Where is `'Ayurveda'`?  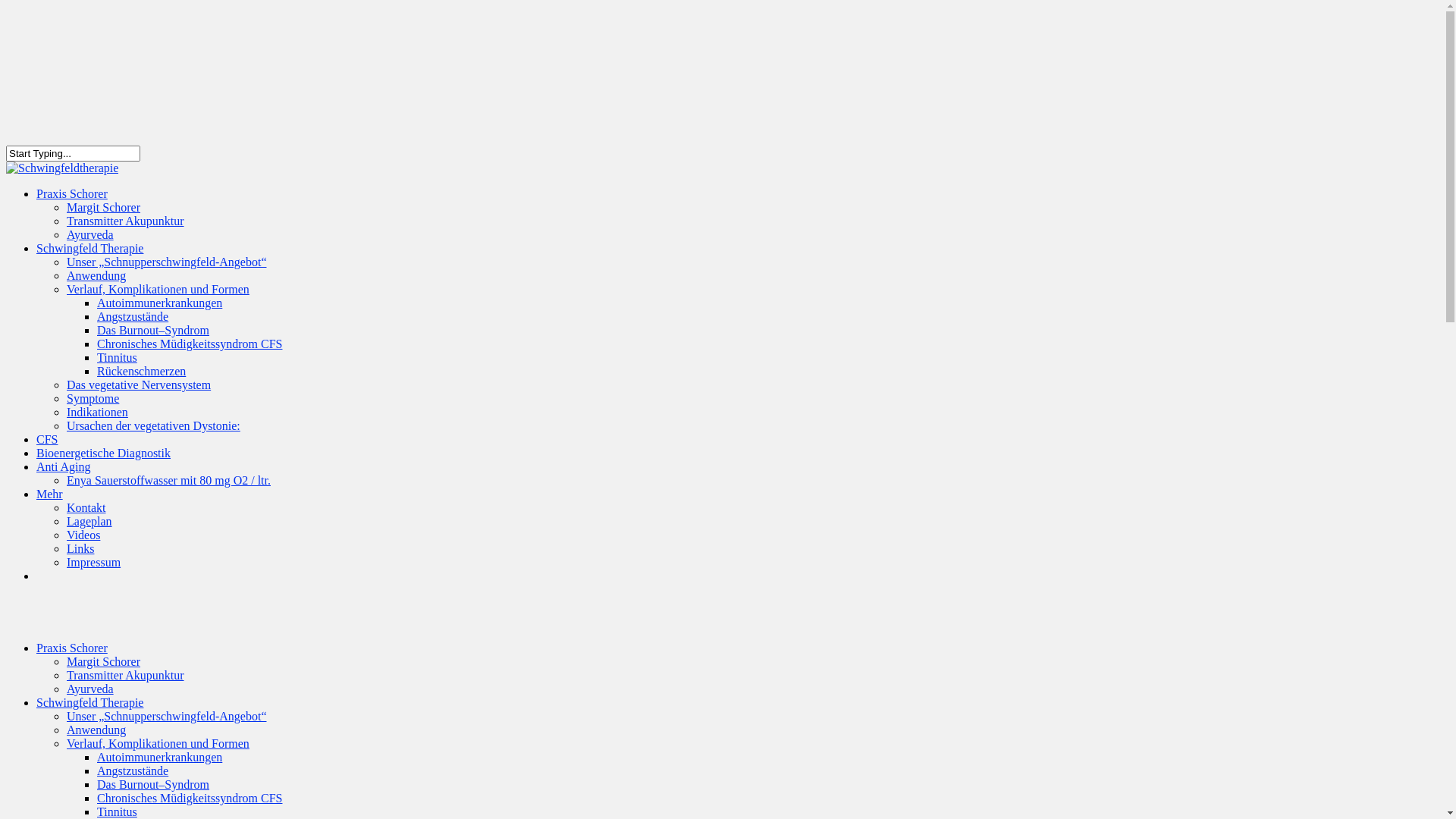 'Ayurveda' is located at coordinates (89, 234).